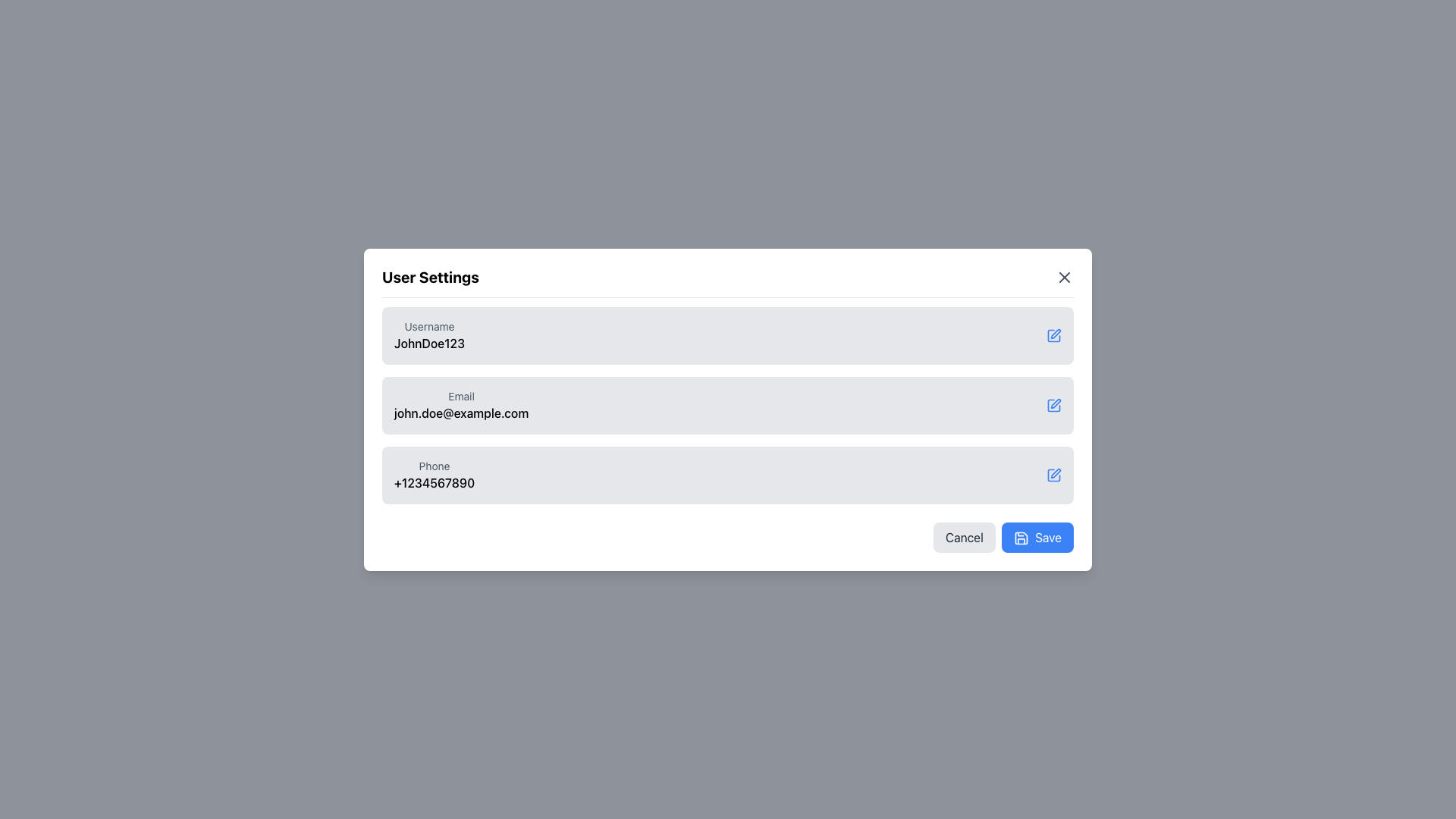 This screenshot has height=819, width=1456. What do you see at coordinates (1055, 403) in the screenshot?
I see `the edit icon located slightly to the right of the 'Email' text input box` at bounding box center [1055, 403].